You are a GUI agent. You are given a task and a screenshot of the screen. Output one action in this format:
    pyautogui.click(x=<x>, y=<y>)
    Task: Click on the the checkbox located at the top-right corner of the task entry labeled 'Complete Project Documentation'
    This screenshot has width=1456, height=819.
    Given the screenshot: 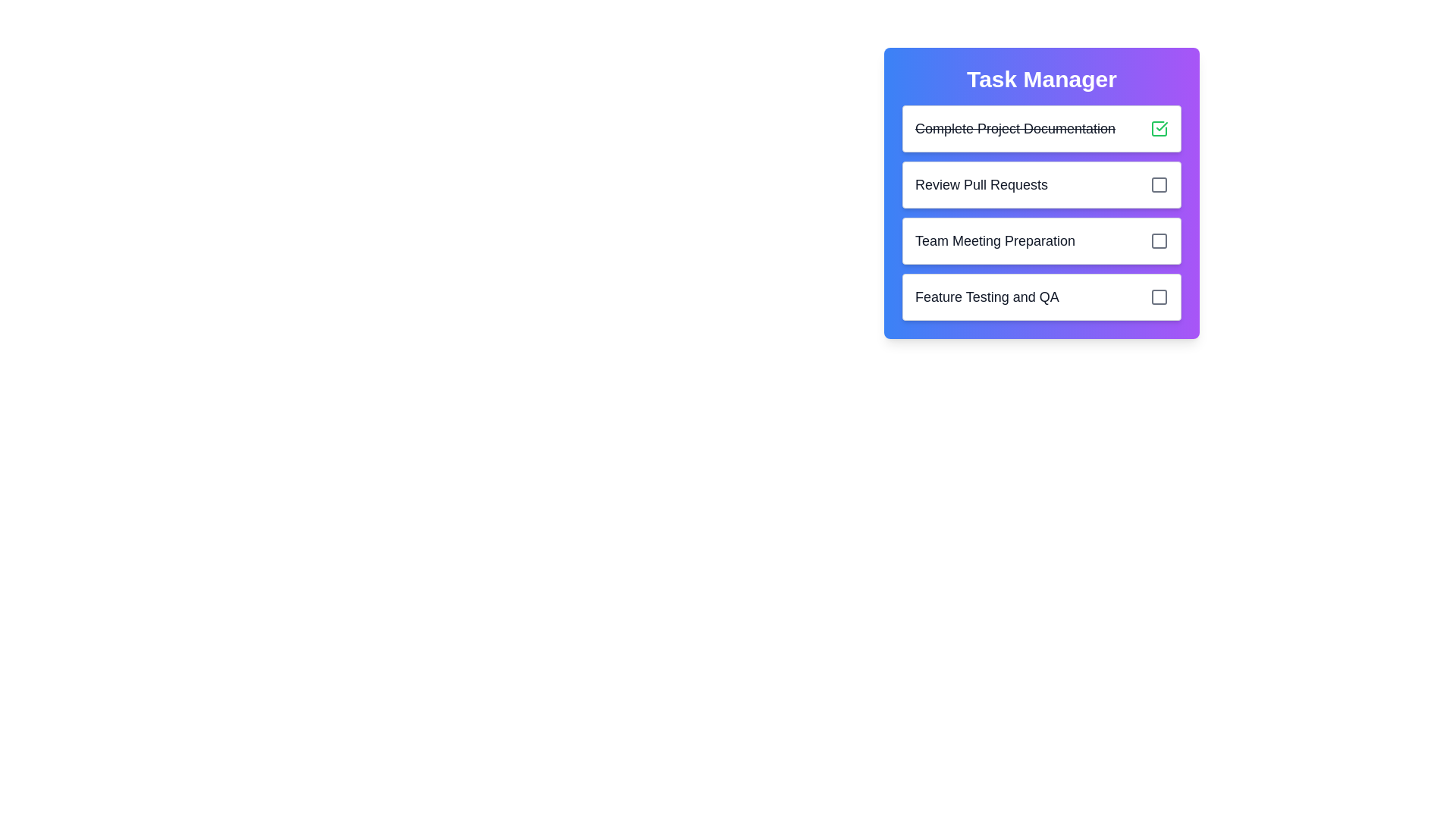 What is the action you would take?
    pyautogui.click(x=1159, y=127)
    